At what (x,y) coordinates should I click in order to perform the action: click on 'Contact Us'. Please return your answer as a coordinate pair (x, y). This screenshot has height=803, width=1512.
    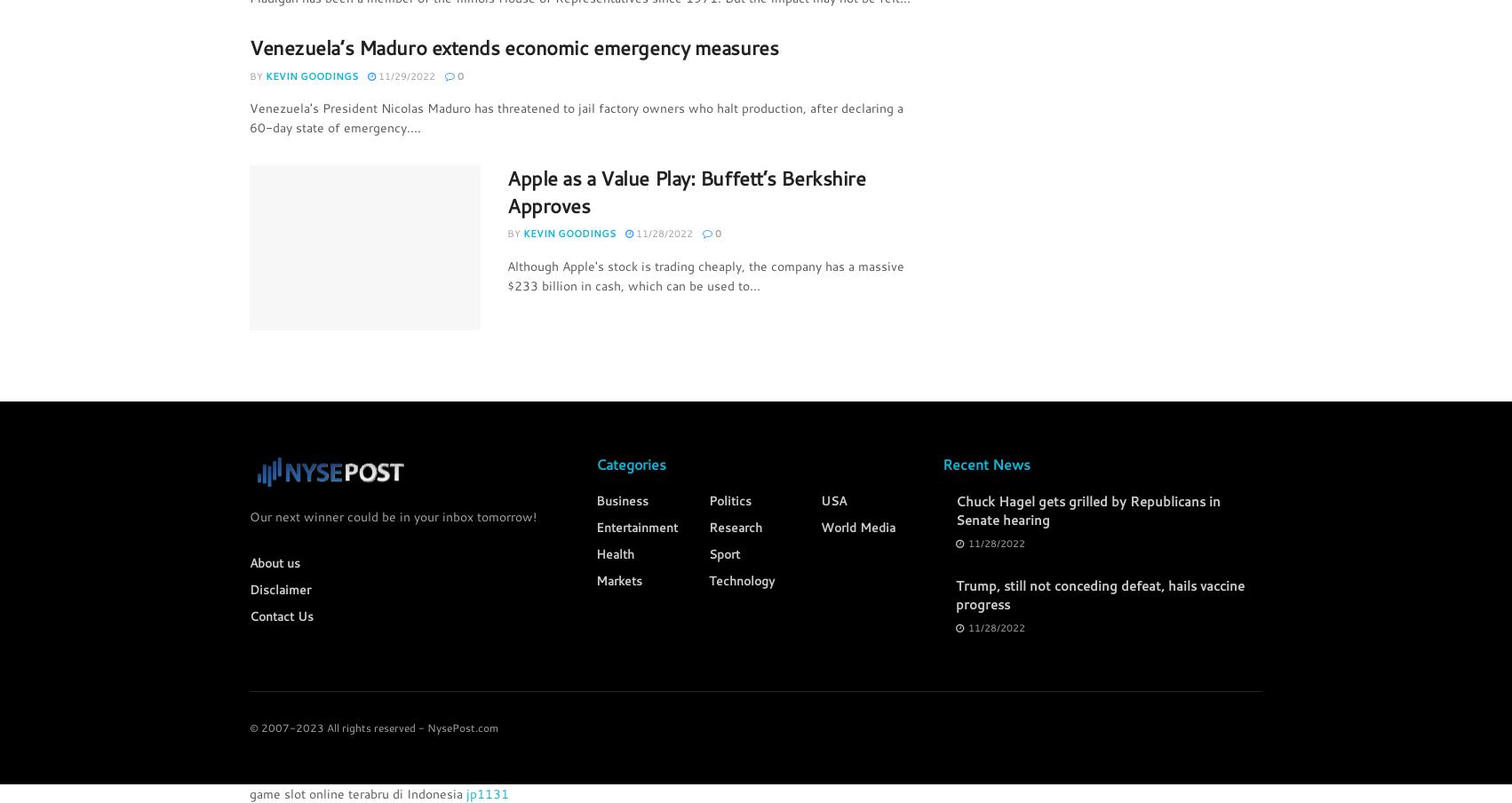
    Looking at the image, I should click on (282, 615).